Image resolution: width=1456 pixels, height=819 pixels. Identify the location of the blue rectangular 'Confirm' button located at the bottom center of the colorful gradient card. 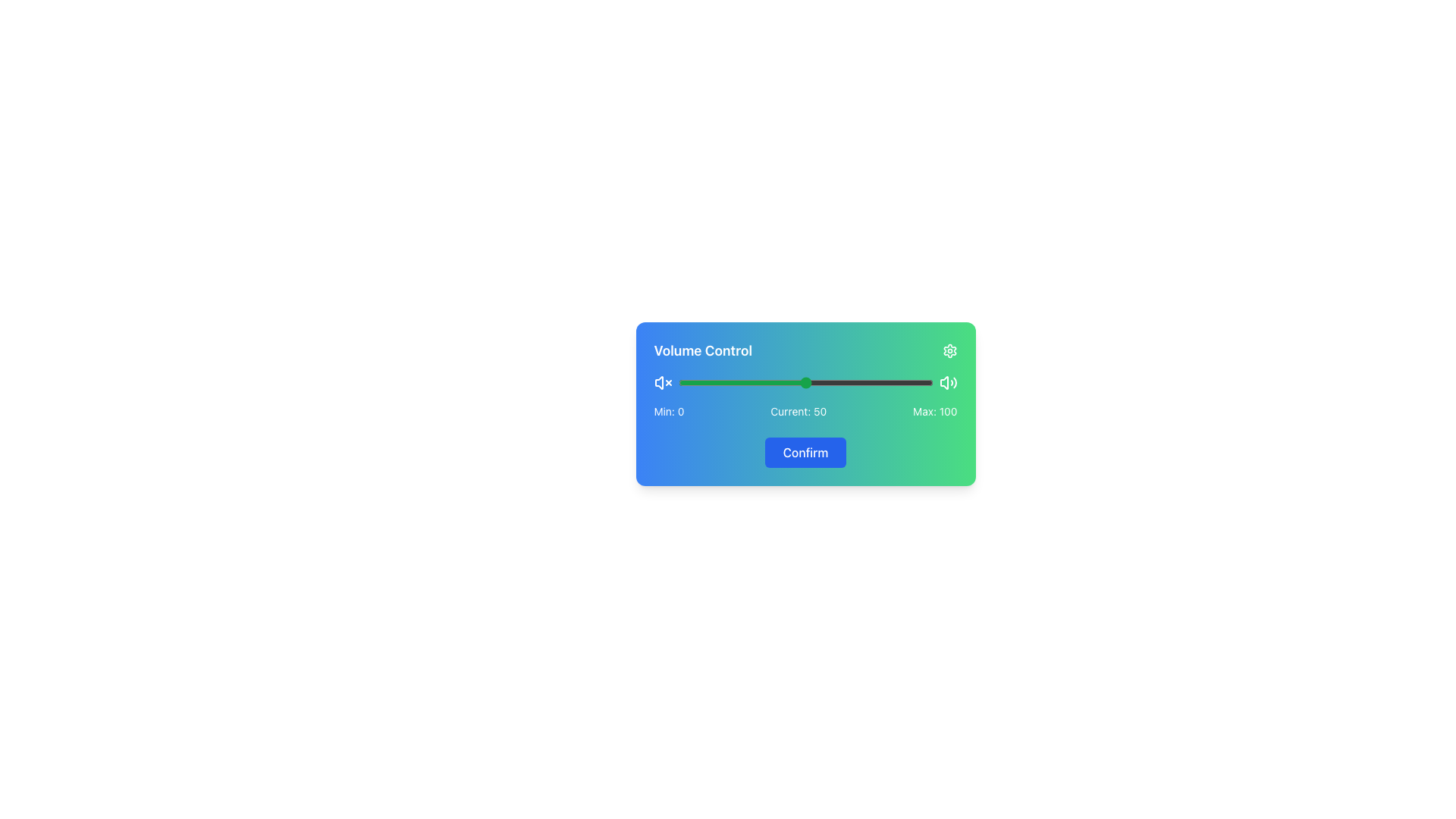
(805, 444).